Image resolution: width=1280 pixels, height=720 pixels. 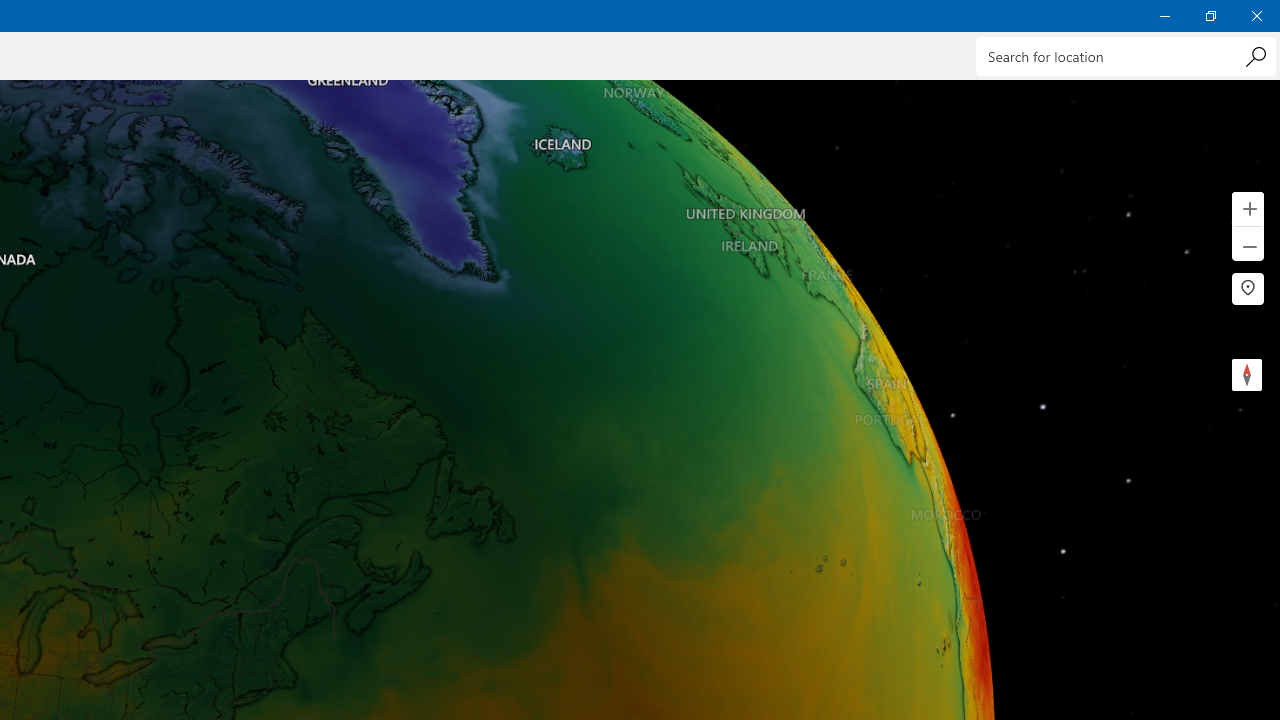 What do you see at coordinates (1125, 55) in the screenshot?
I see `'Search for location'` at bounding box center [1125, 55].